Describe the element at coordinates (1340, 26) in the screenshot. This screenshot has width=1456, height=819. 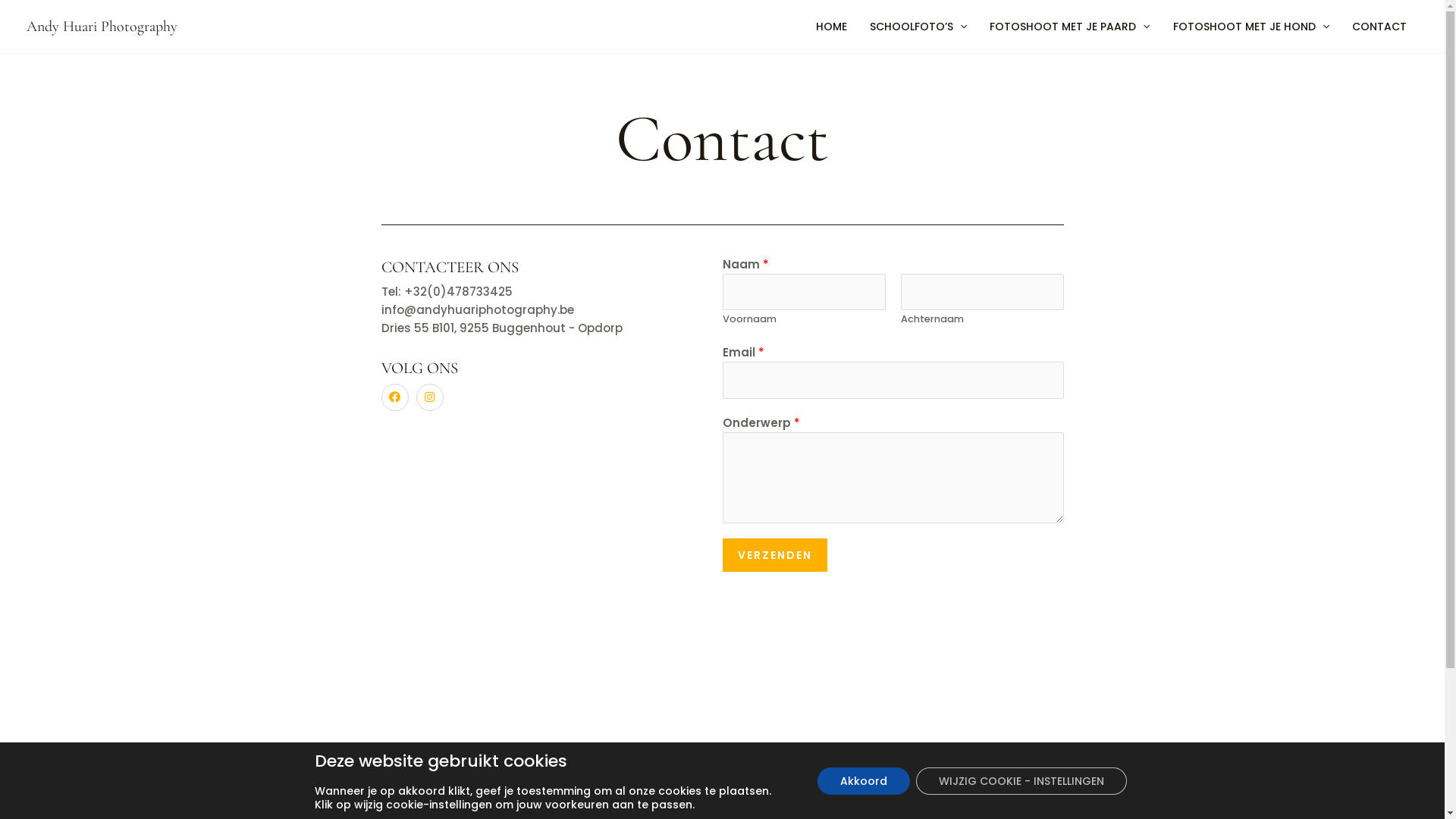
I see `'CONTACT'` at that location.